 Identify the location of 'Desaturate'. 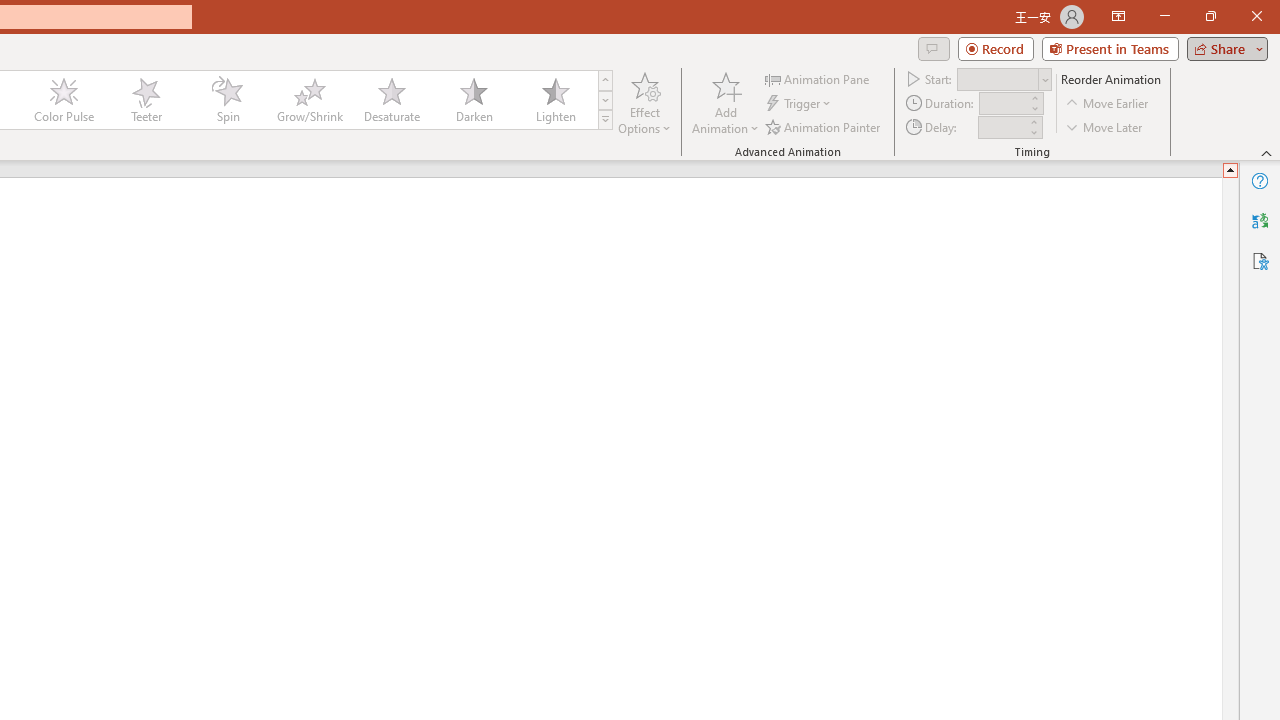
(391, 100).